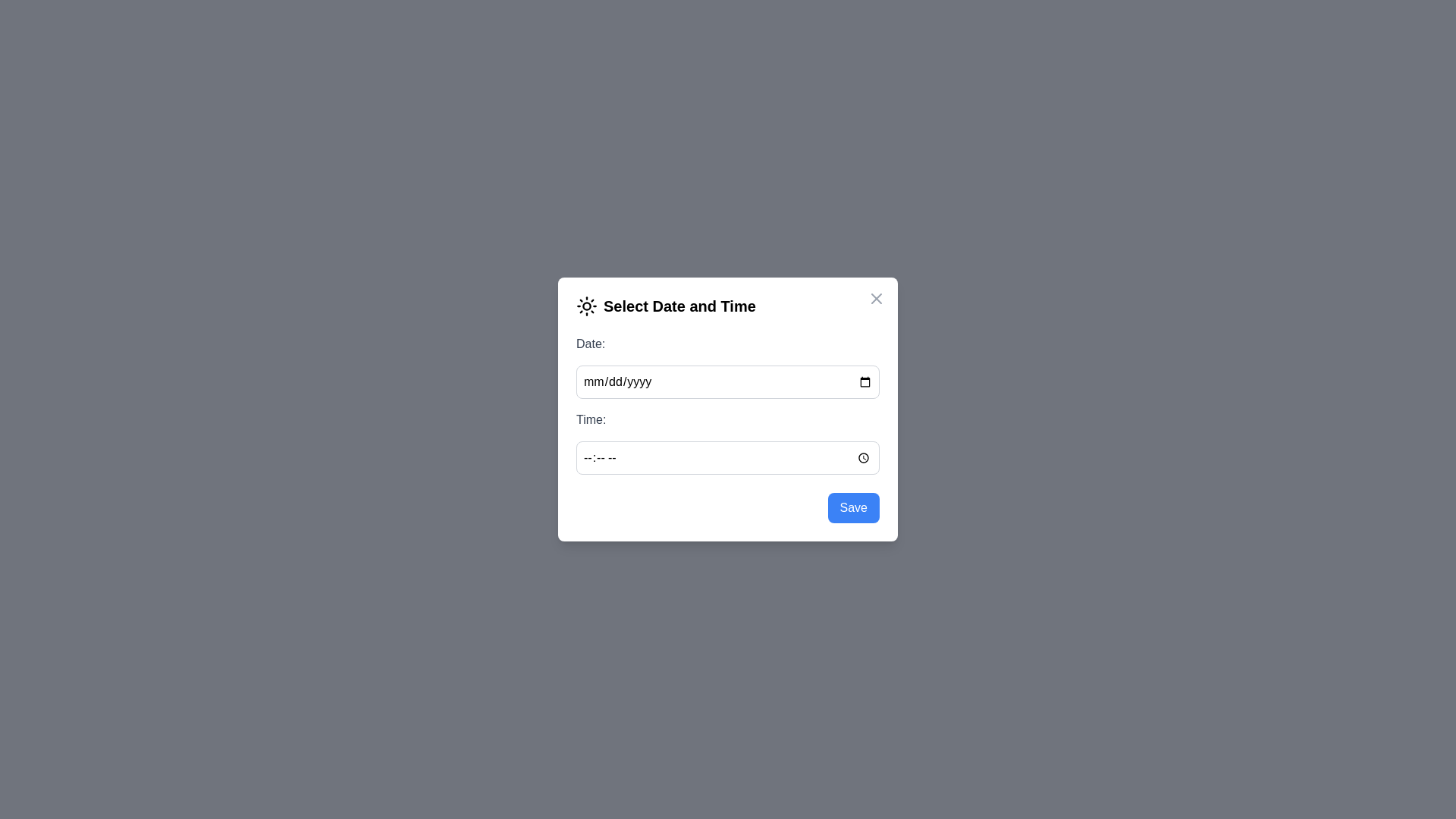 The height and width of the screenshot is (819, 1456). I want to click on close button to close the dialog box, so click(877, 298).